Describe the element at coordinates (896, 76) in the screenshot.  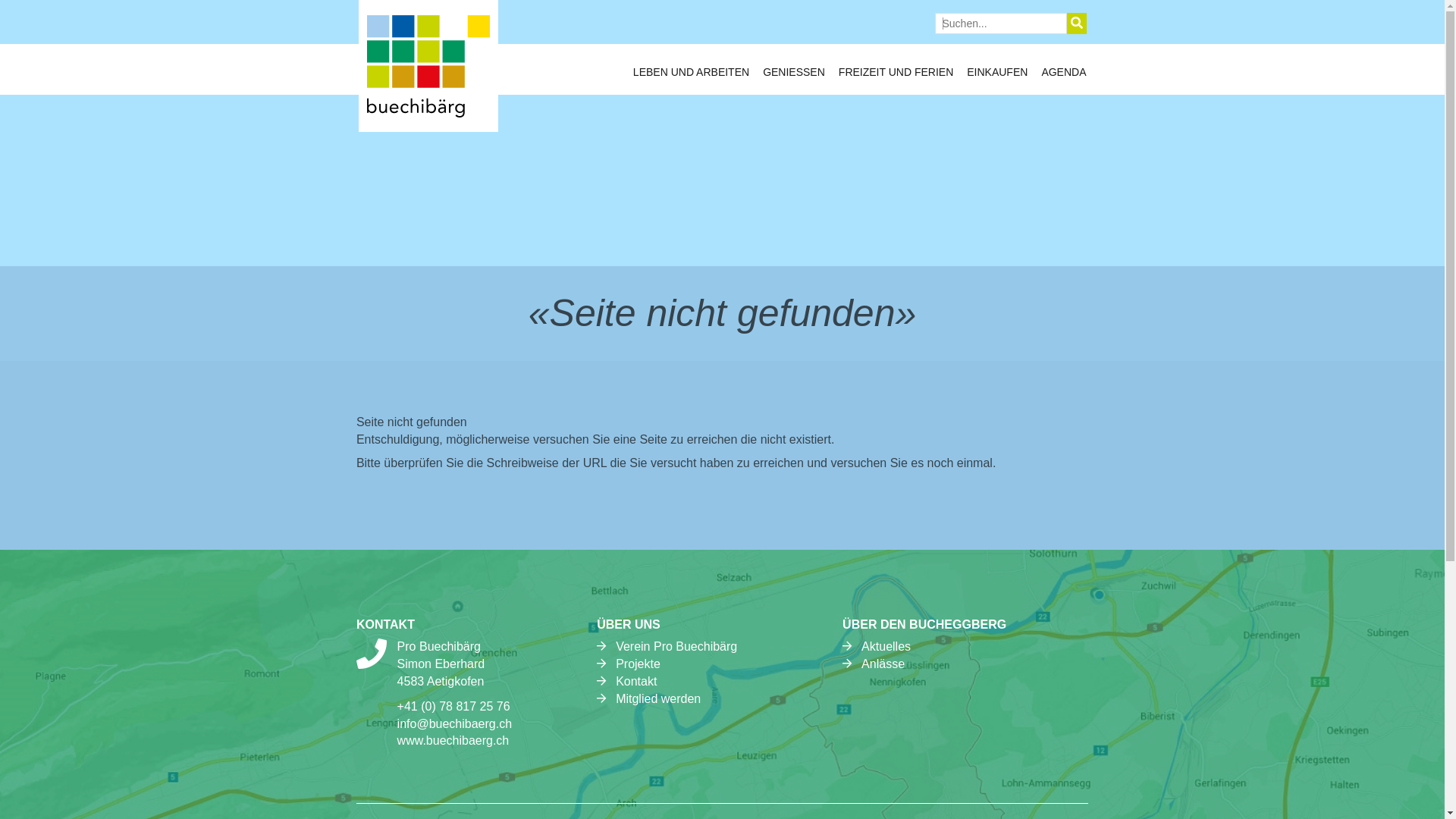
I see `'FREIZEIT UND FERIEN'` at that location.